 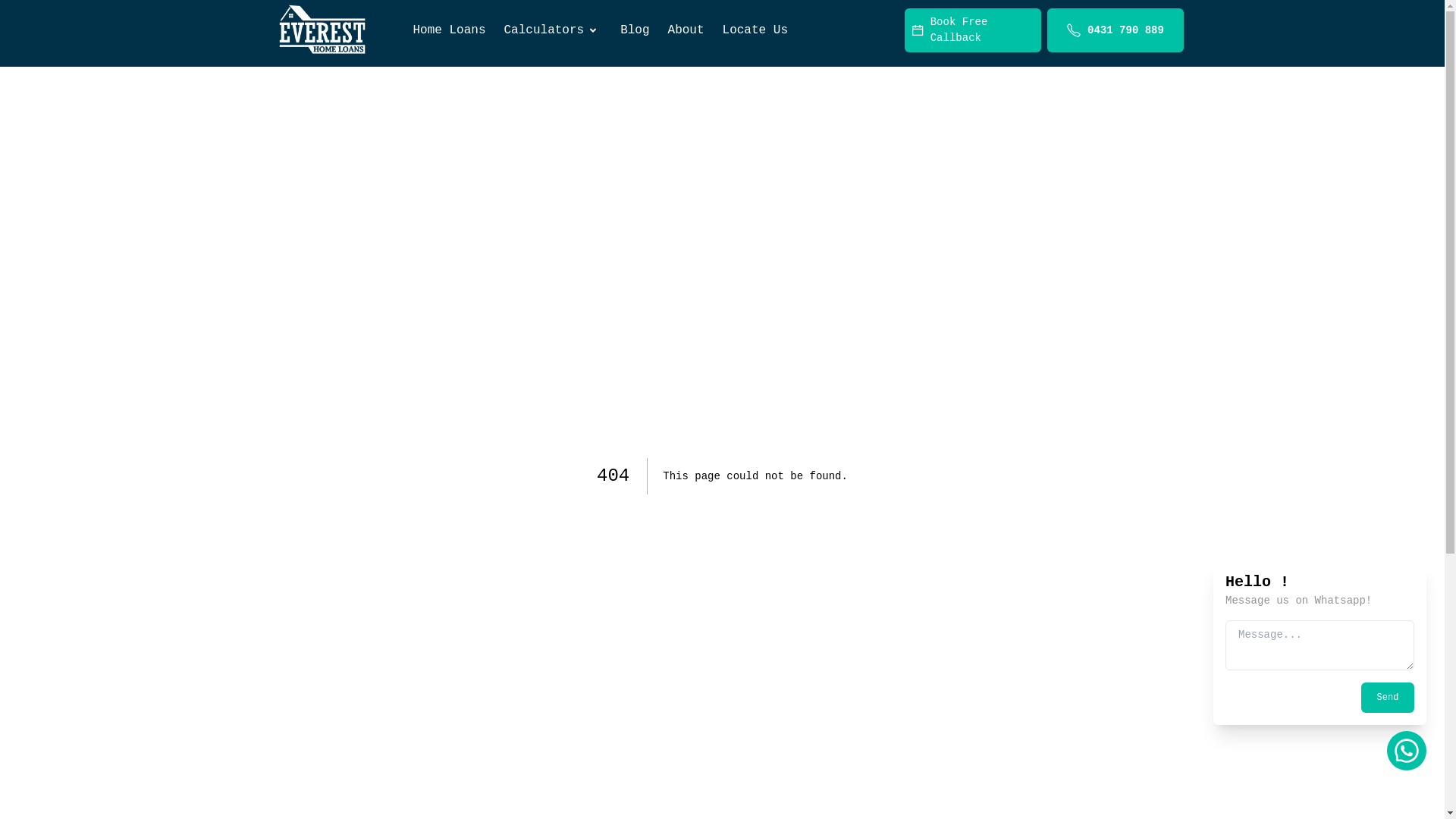 What do you see at coordinates (1114, 30) in the screenshot?
I see `'0431 790 889'` at bounding box center [1114, 30].